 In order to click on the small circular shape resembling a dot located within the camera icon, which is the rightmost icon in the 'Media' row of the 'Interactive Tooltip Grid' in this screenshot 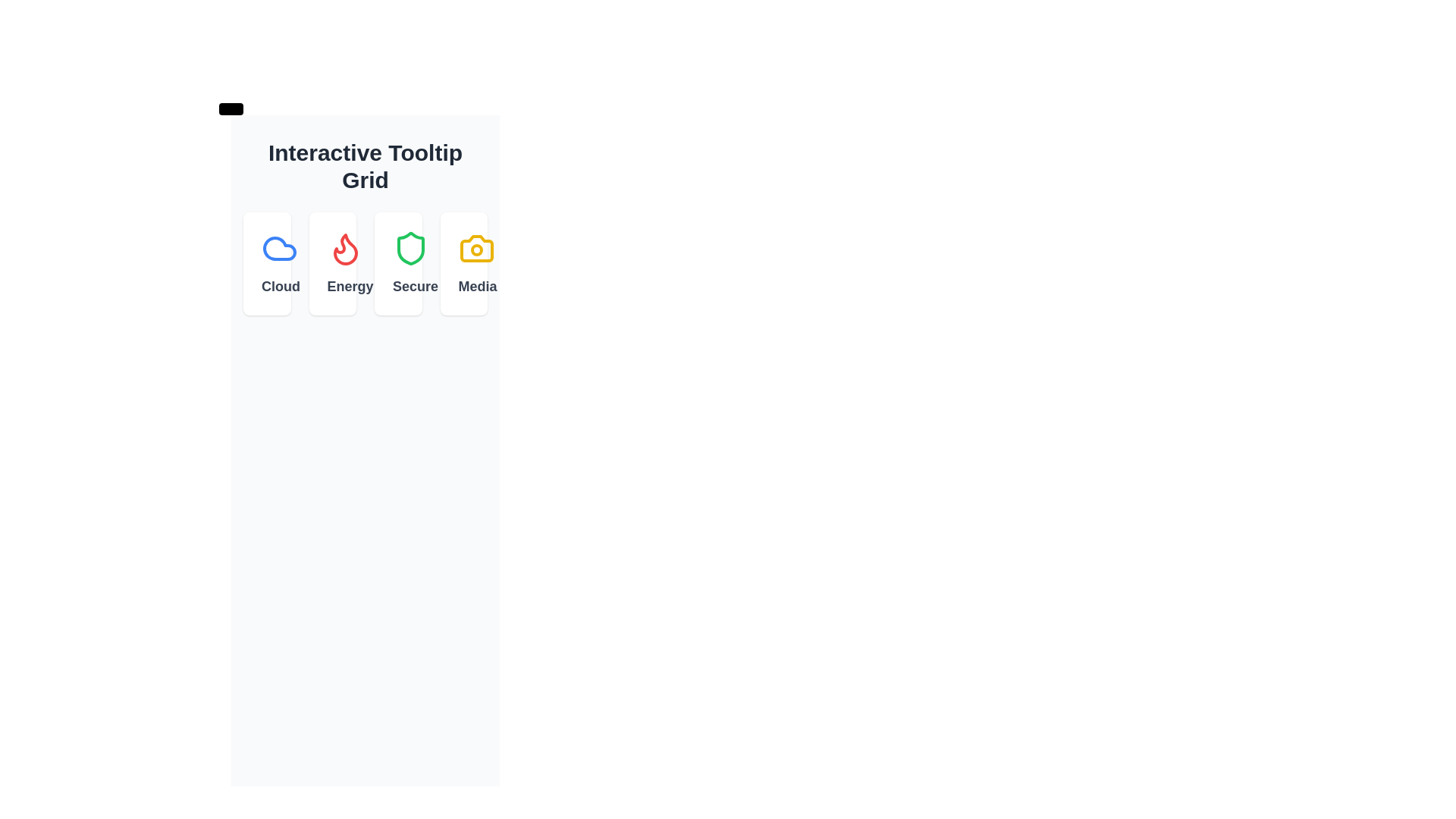, I will do `click(475, 249)`.